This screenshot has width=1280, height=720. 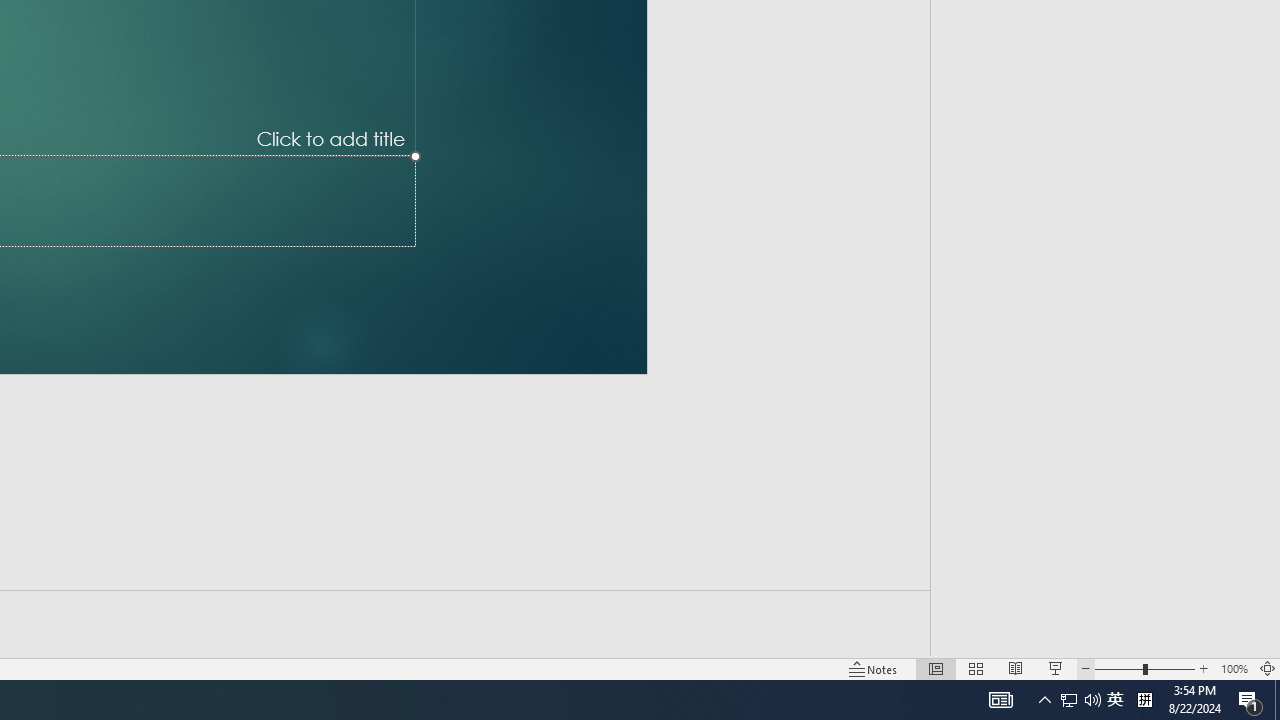 What do you see at coordinates (1144, 669) in the screenshot?
I see `'Zoom'` at bounding box center [1144, 669].